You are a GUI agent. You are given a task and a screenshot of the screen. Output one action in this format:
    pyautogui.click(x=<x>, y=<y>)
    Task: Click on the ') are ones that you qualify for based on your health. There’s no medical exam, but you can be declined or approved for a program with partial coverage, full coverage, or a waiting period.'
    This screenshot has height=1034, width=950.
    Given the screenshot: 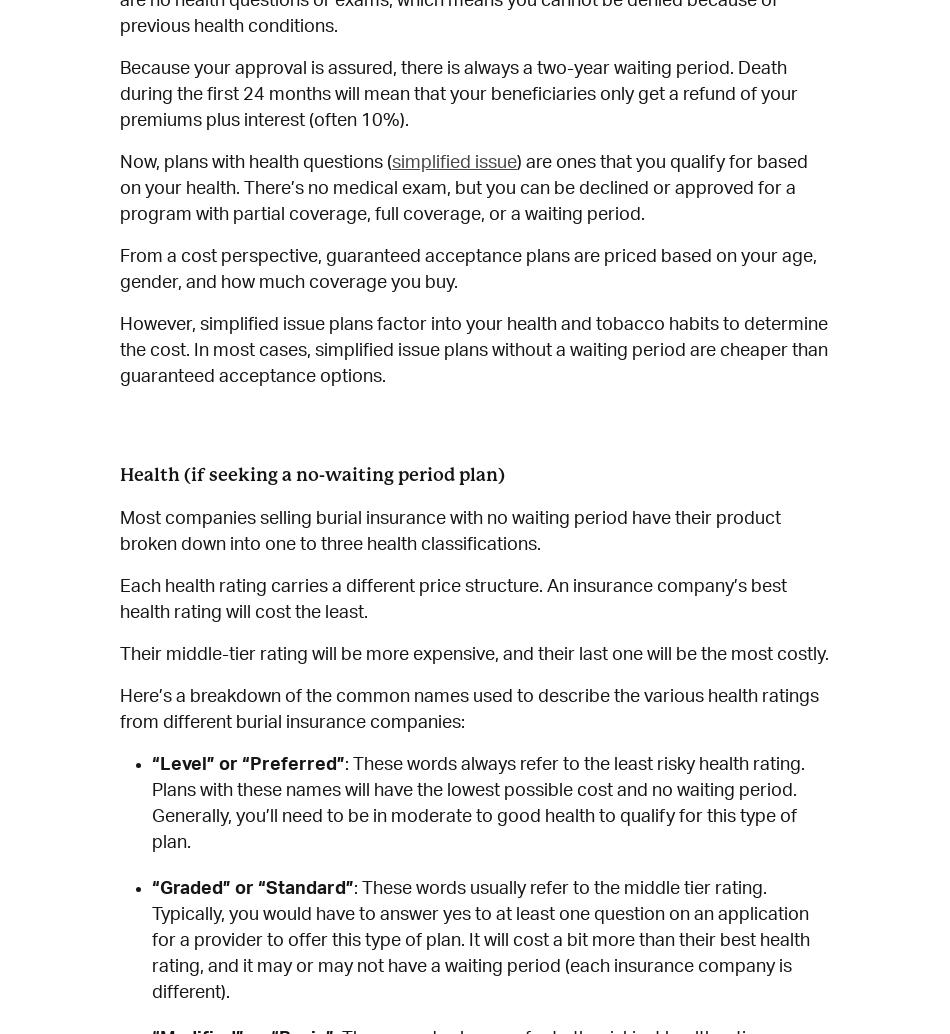 What is the action you would take?
    pyautogui.click(x=119, y=187)
    